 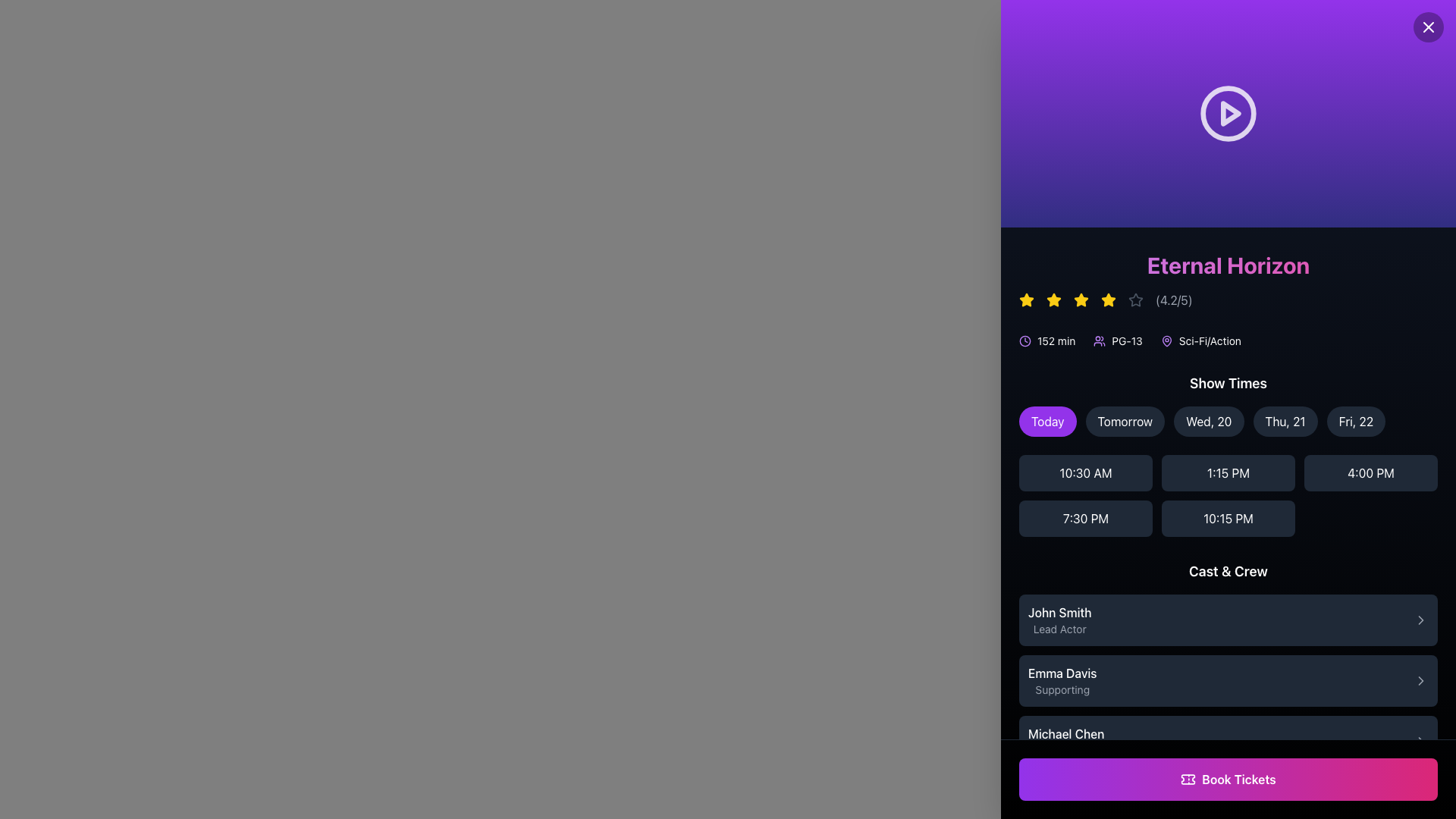 I want to click on the button displaying '4:00 PM' to observe the hover effect, which changes its background from dark gray to a lighter gray, so click(x=1371, y=472).